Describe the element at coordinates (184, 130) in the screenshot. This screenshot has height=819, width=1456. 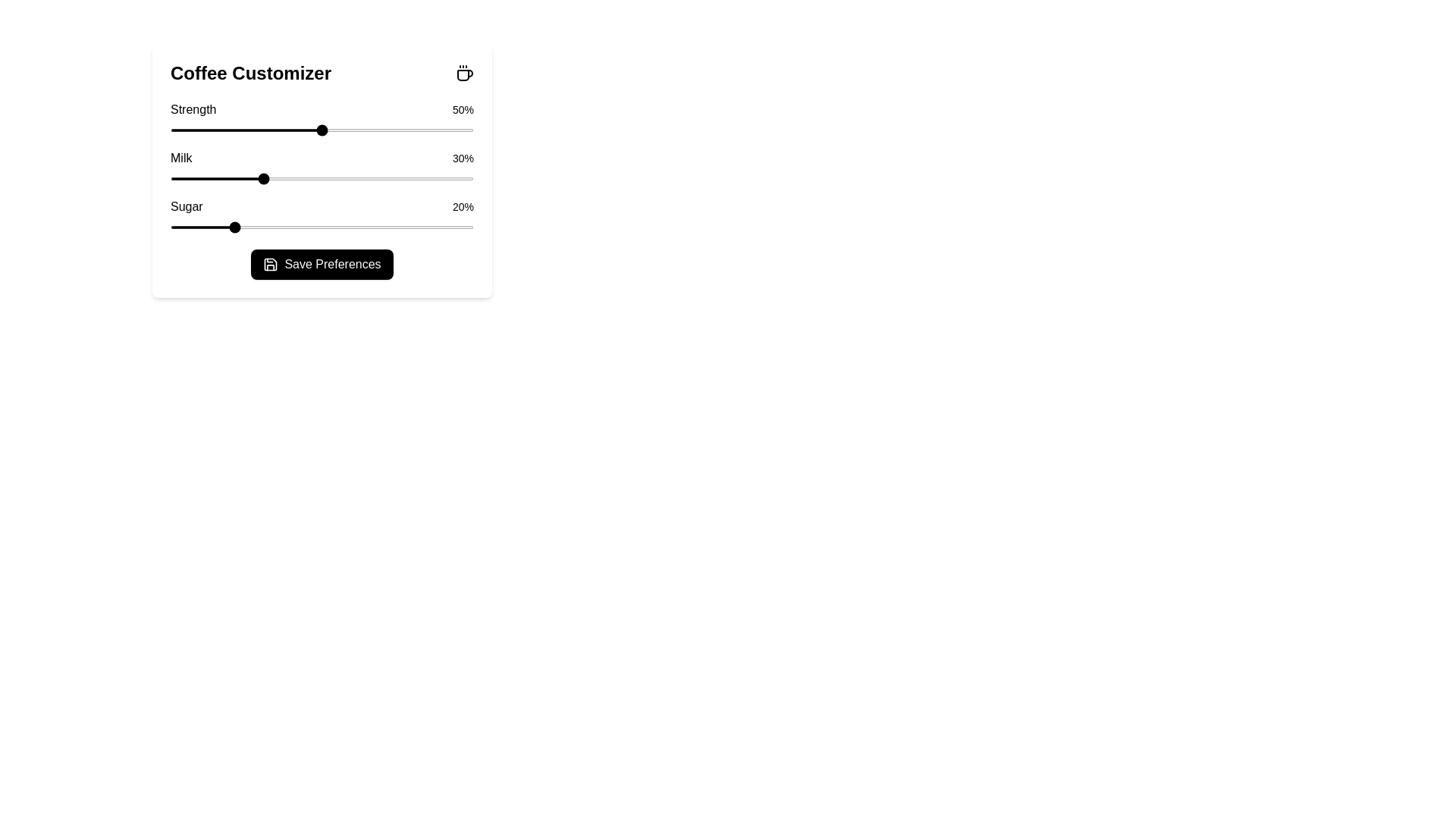
I see `the strength slider` at that location.